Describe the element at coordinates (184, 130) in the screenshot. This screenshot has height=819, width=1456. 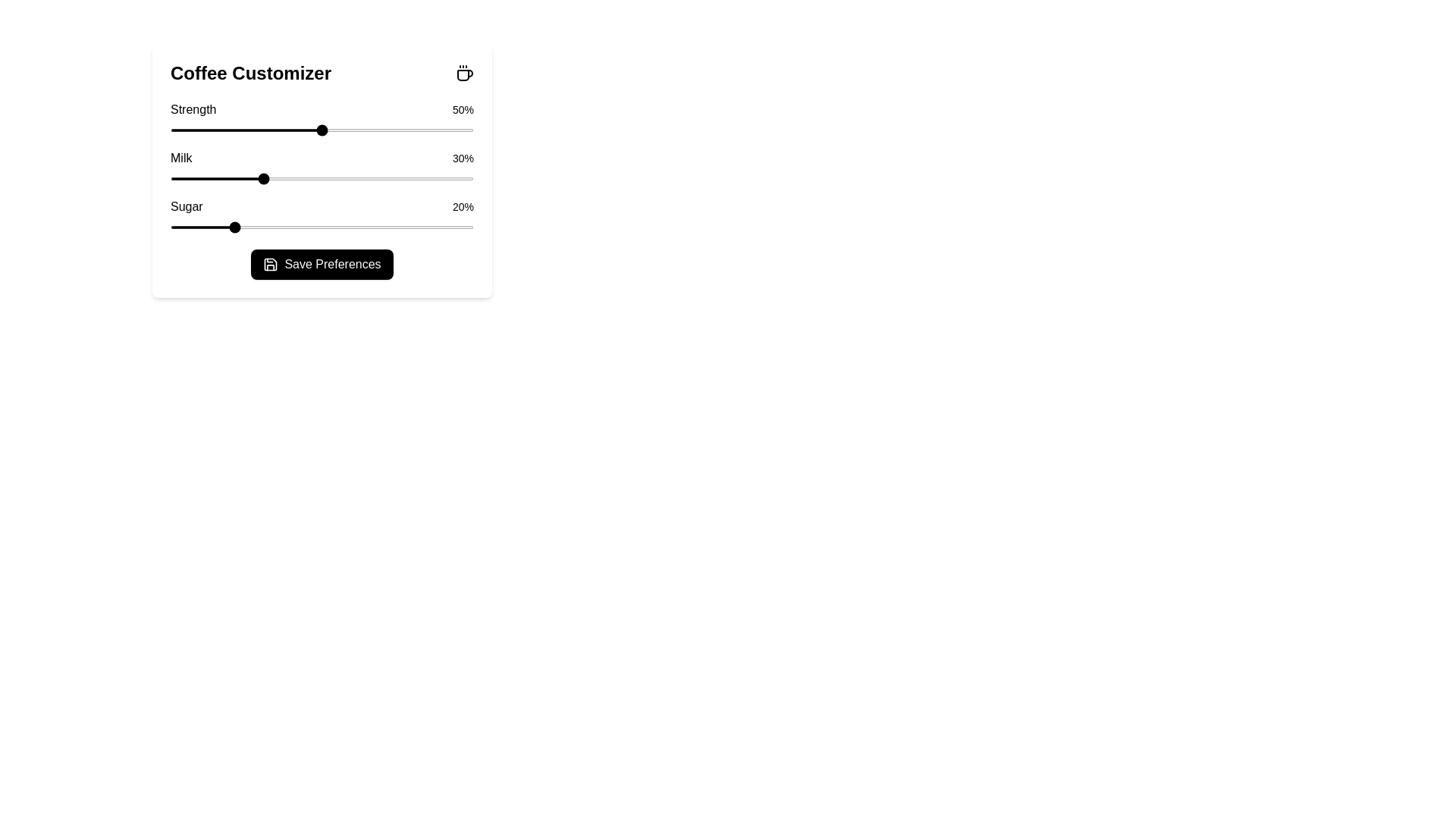
I see `the strength slider` at that location.